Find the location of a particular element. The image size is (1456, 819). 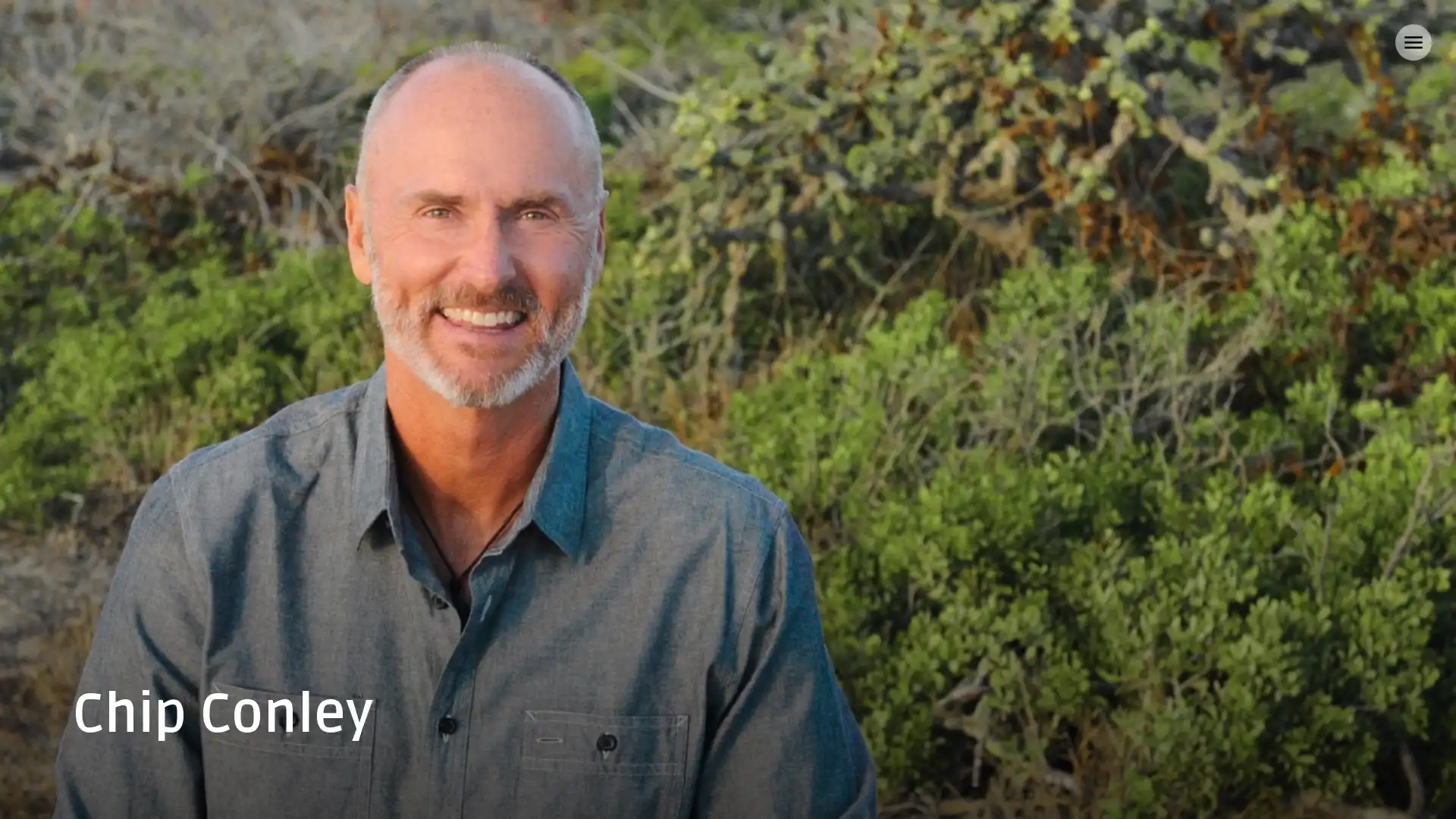

MENU CLOSE is located at coordinates (1412, 42).